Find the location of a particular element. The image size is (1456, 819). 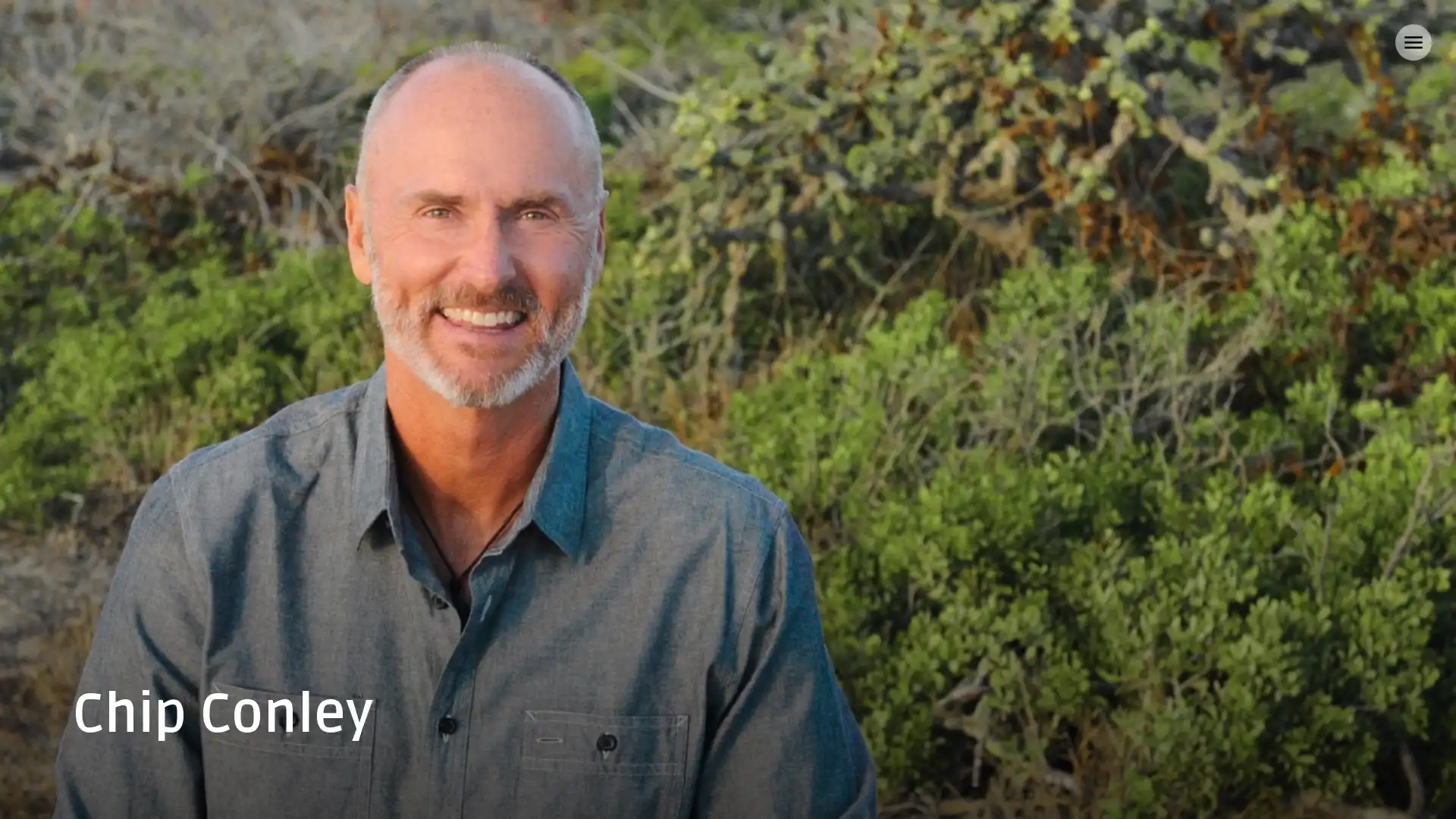

MENU CLOSE is located at coordinates (1412, 42).